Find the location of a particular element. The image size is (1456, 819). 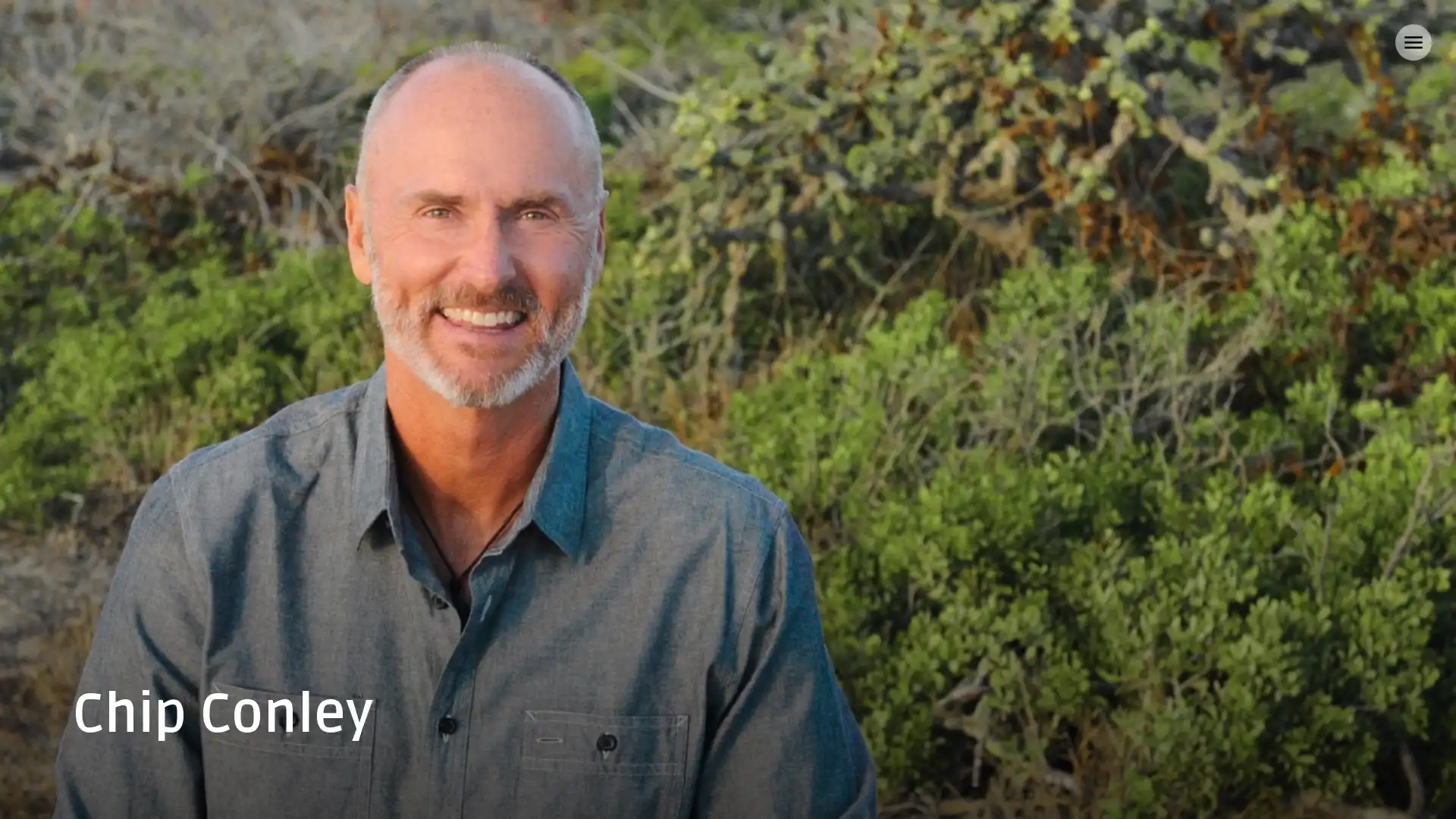

MENU CLOSE is located at coordinates (1412, 42).